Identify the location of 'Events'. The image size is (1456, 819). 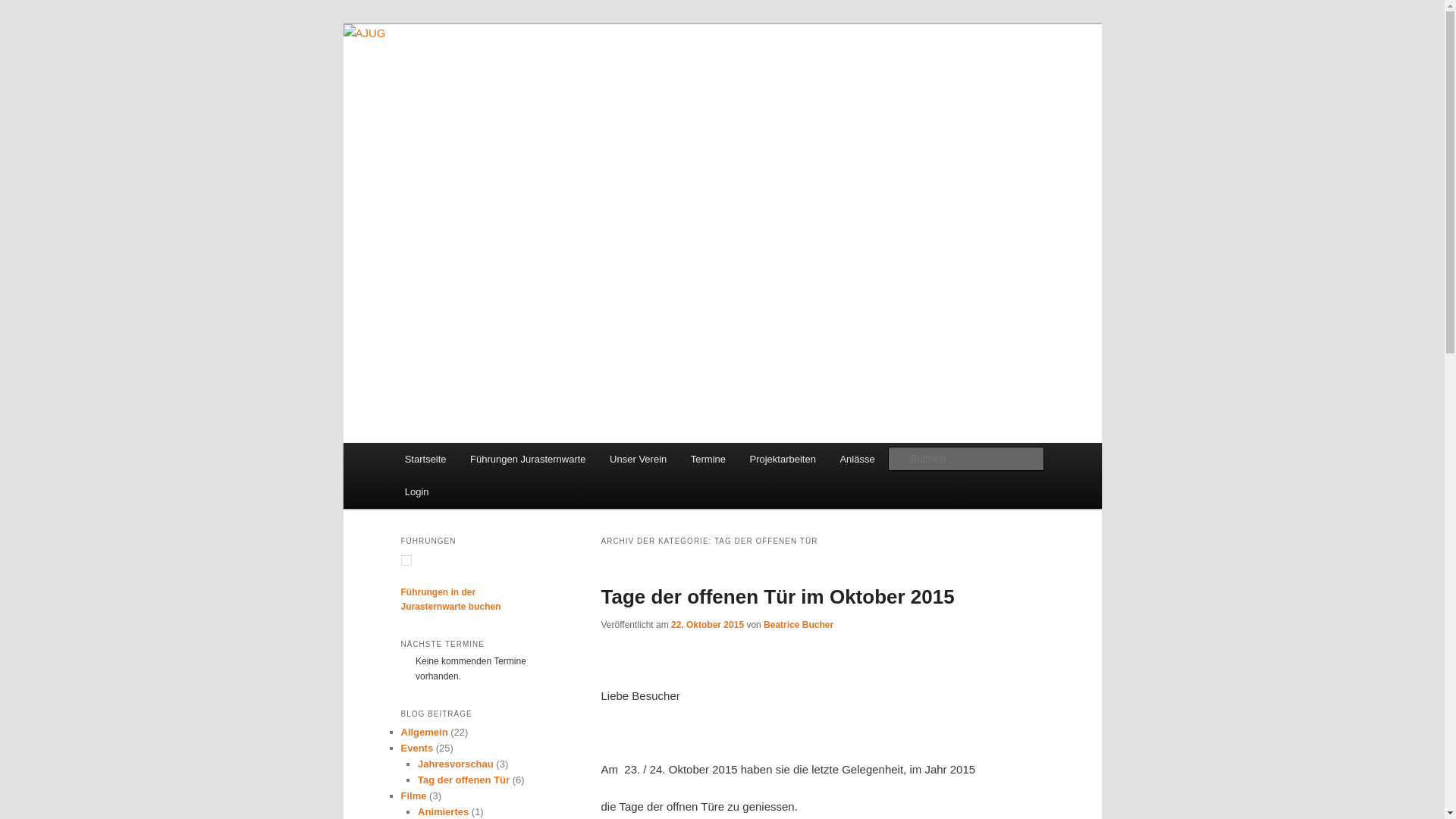
(416, 747).